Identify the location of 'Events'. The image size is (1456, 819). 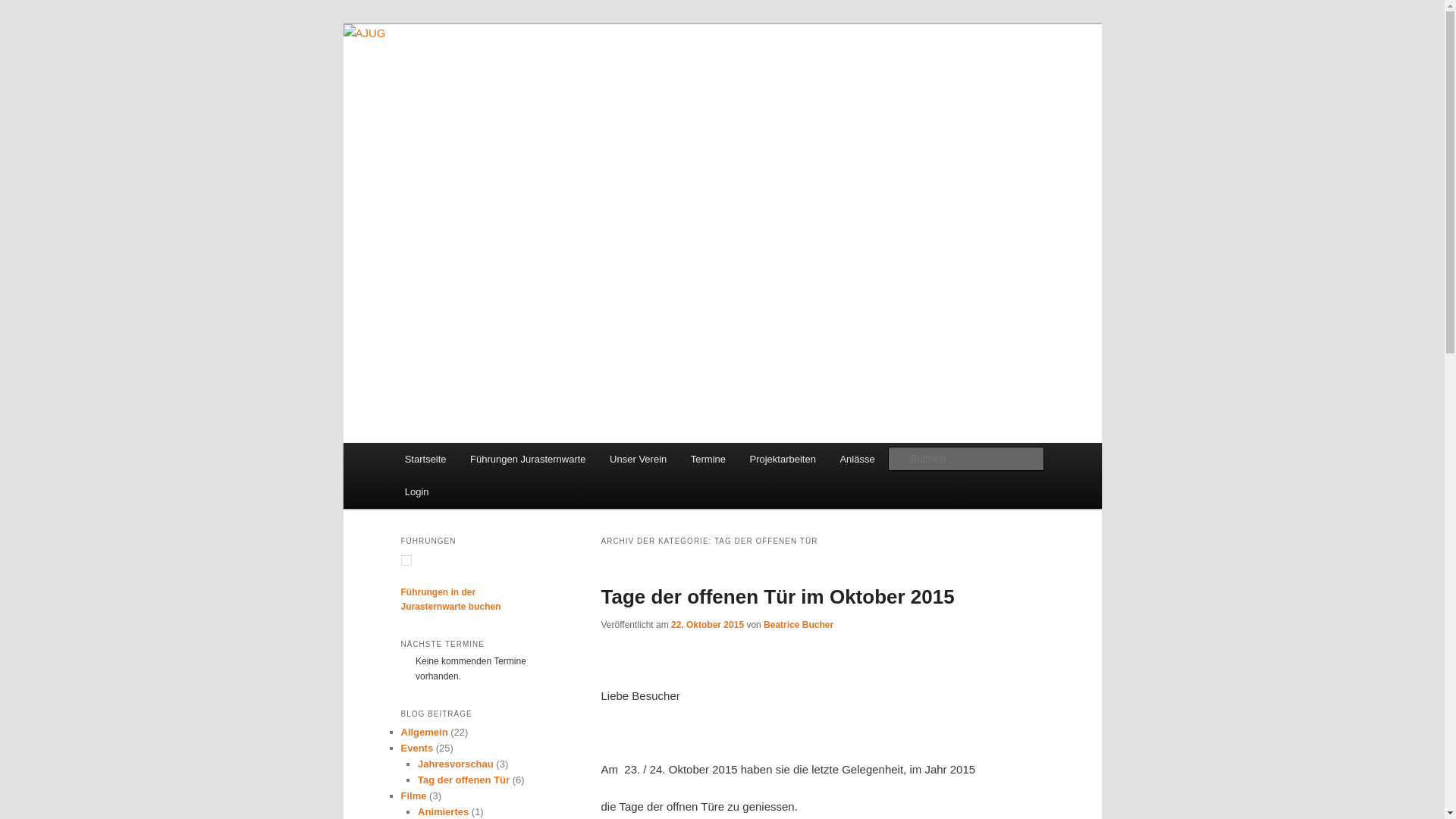
(416, 747).